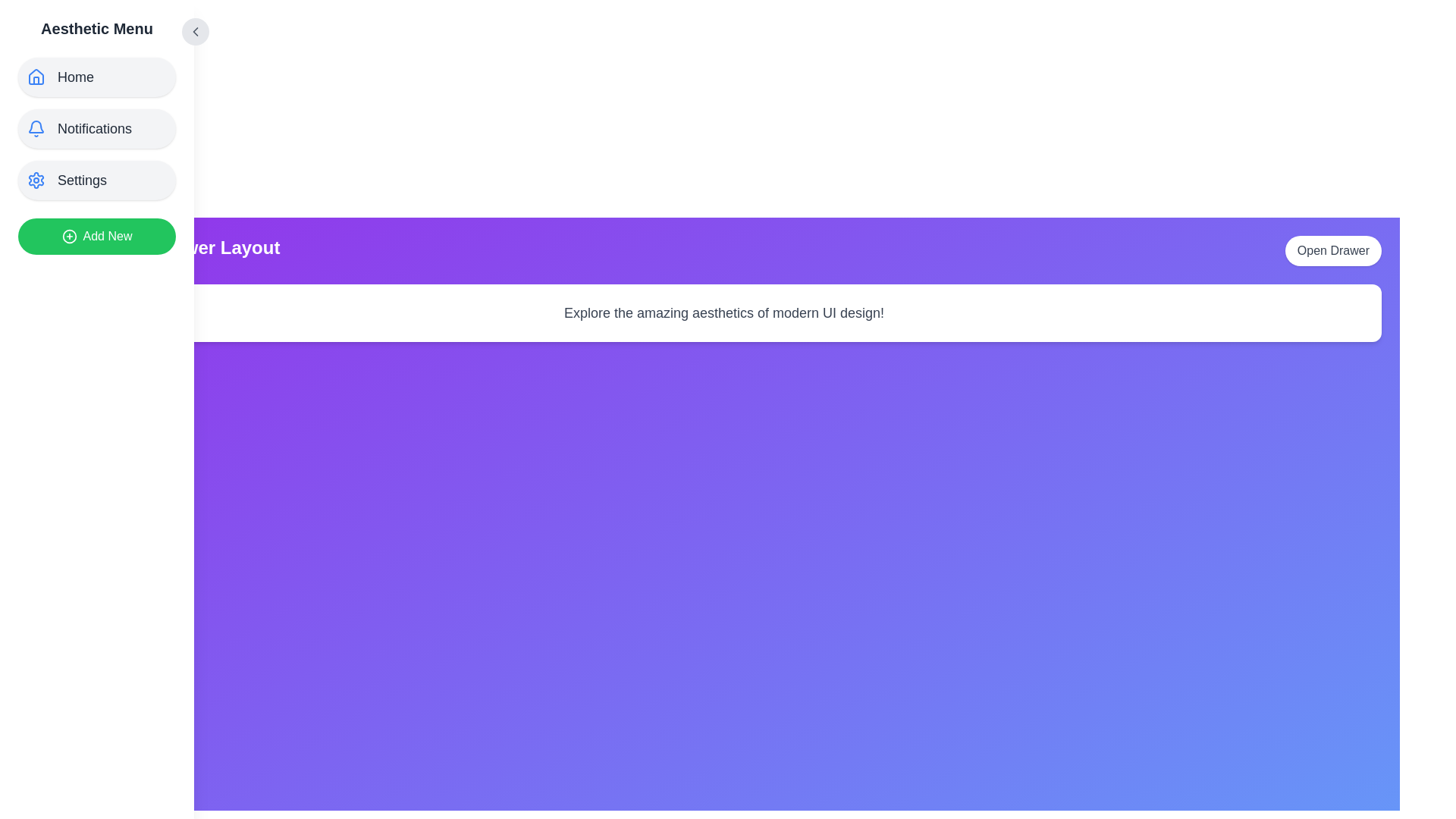  Describe the element at coordinates (96, 237) in the screenshot. I see `the 'Add New Item' button located at the bottom of the vertical navigation menu to observe any hover effects` at that location.